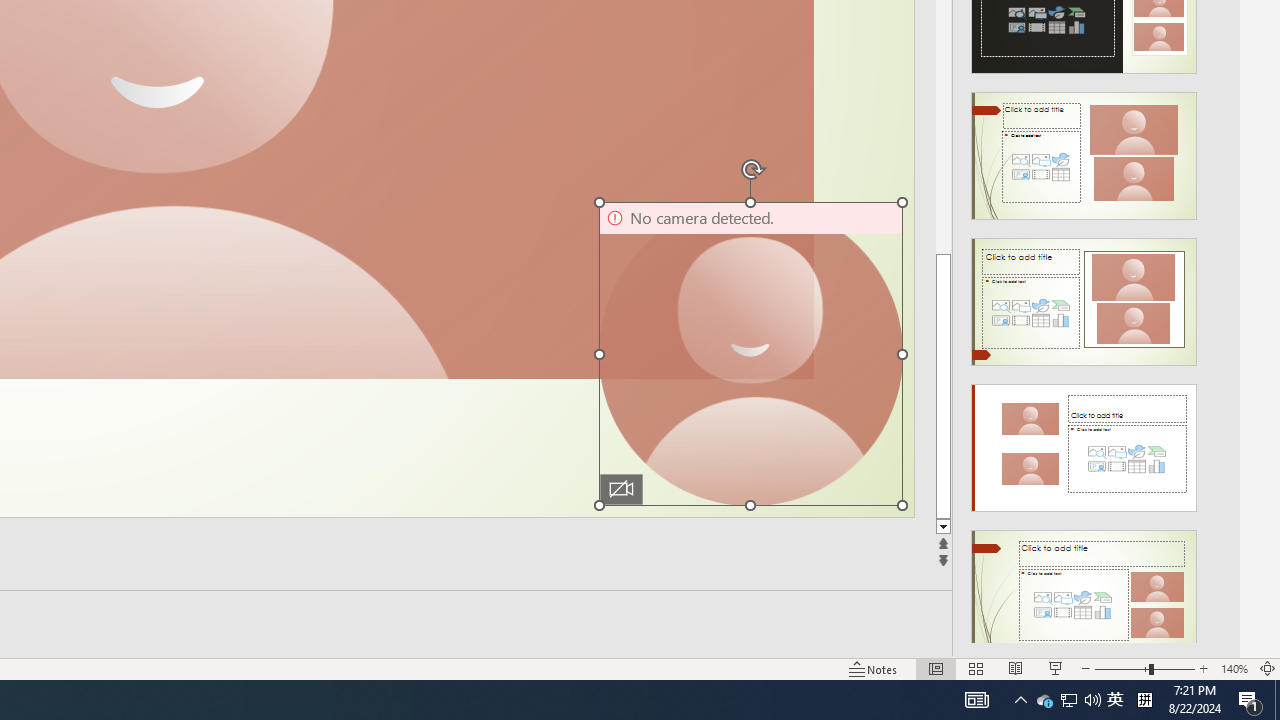 This screenshot has width=1280, height=720. Describe the element at coordinates (1233, 669) in the screenshot. I see `'Zoom 140%'` at that location.